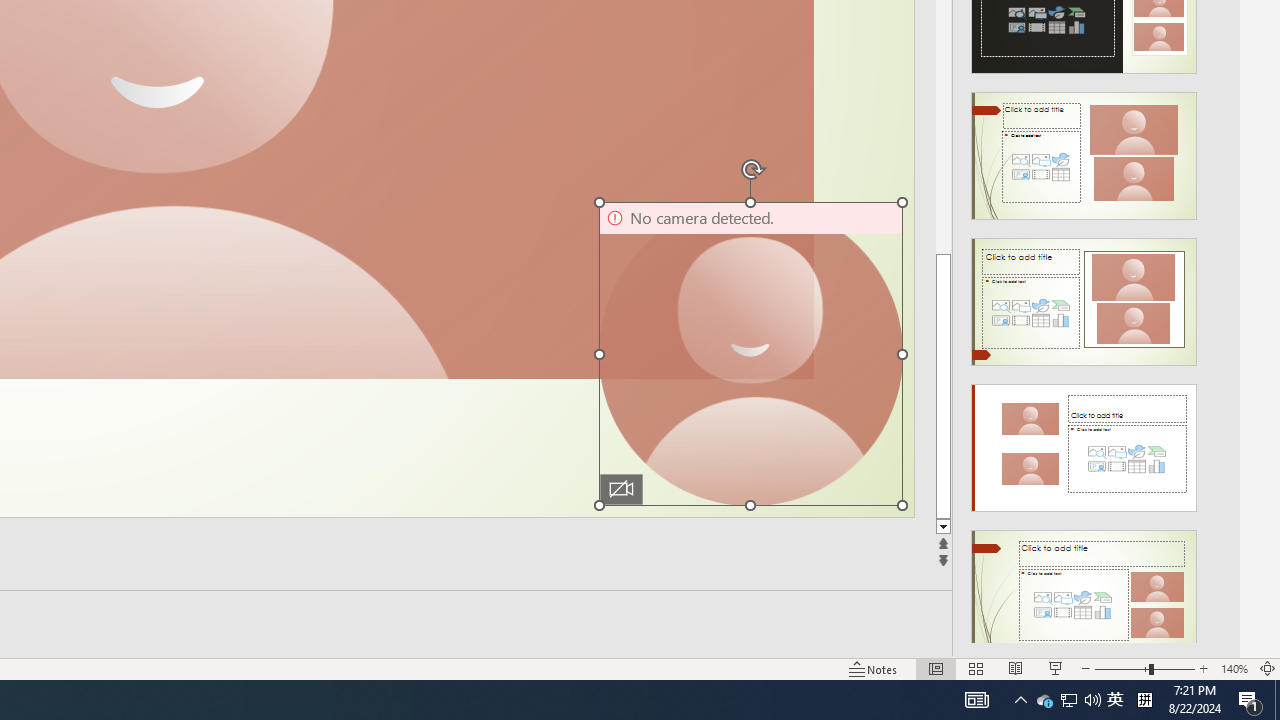 This screenshot has width=1280, height=720. Describe the element at coordinates (1233, 669) in the screenshot. I see `'Zoom 140%'` at that location.